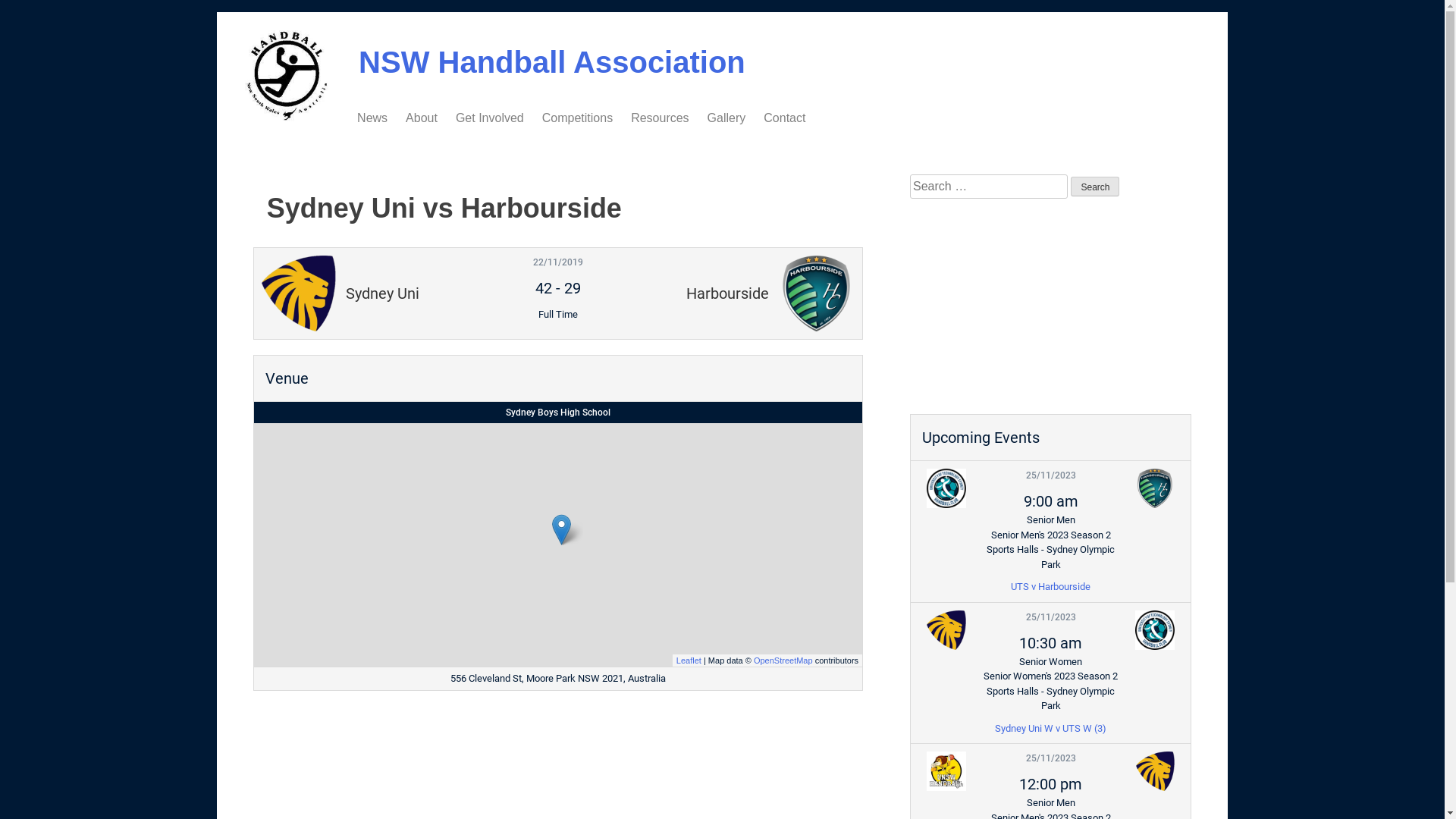 This screenshot has width=1456, height=819. Describe the element at coordinates (946, 488) in the screenshot. I see `'UTS'` at that location.